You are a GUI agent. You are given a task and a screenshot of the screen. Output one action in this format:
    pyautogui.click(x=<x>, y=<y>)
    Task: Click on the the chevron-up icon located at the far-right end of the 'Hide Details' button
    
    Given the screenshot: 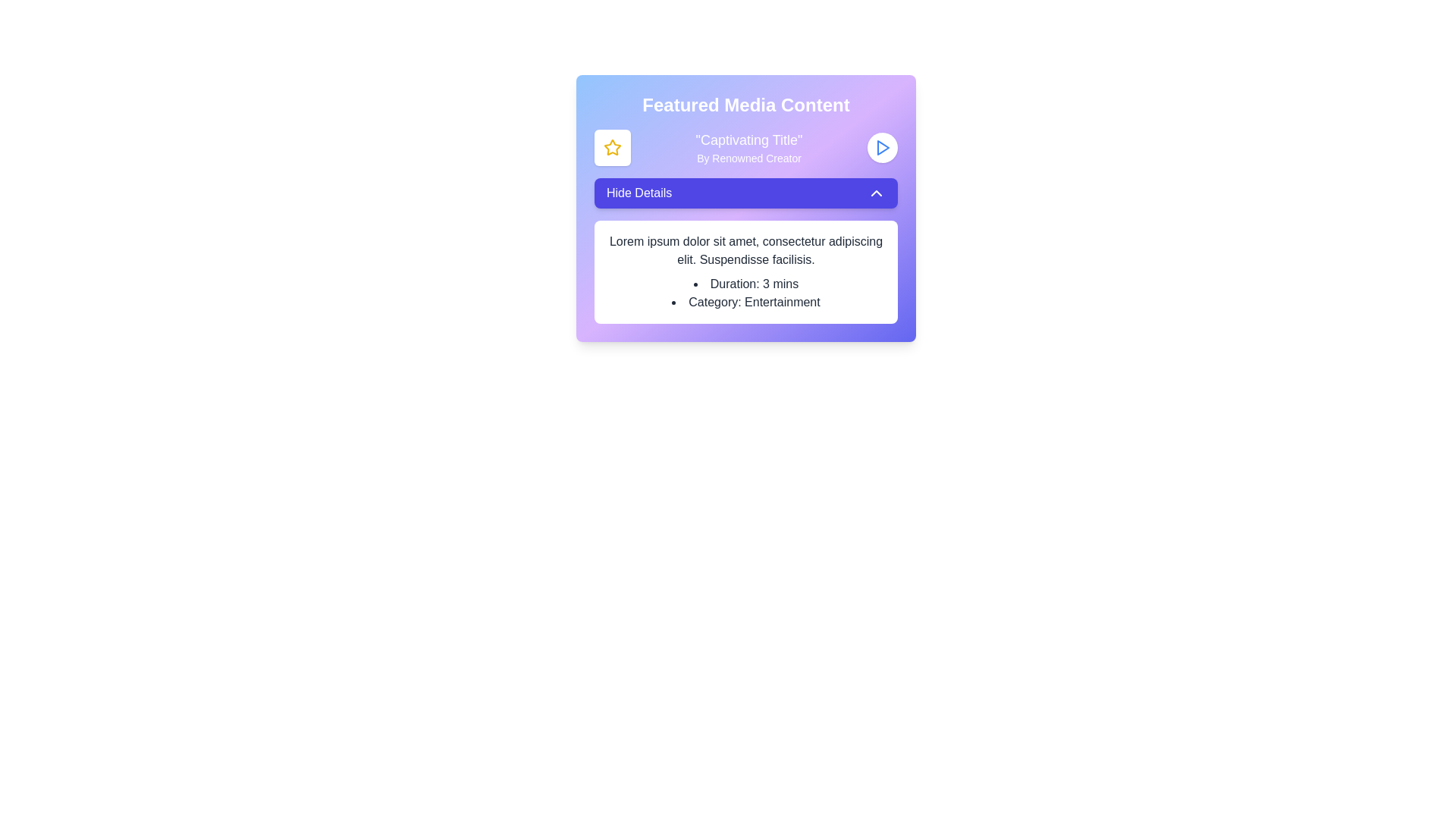 What is the action you would take?
    pyautogui.click(x=877, y=192)
    